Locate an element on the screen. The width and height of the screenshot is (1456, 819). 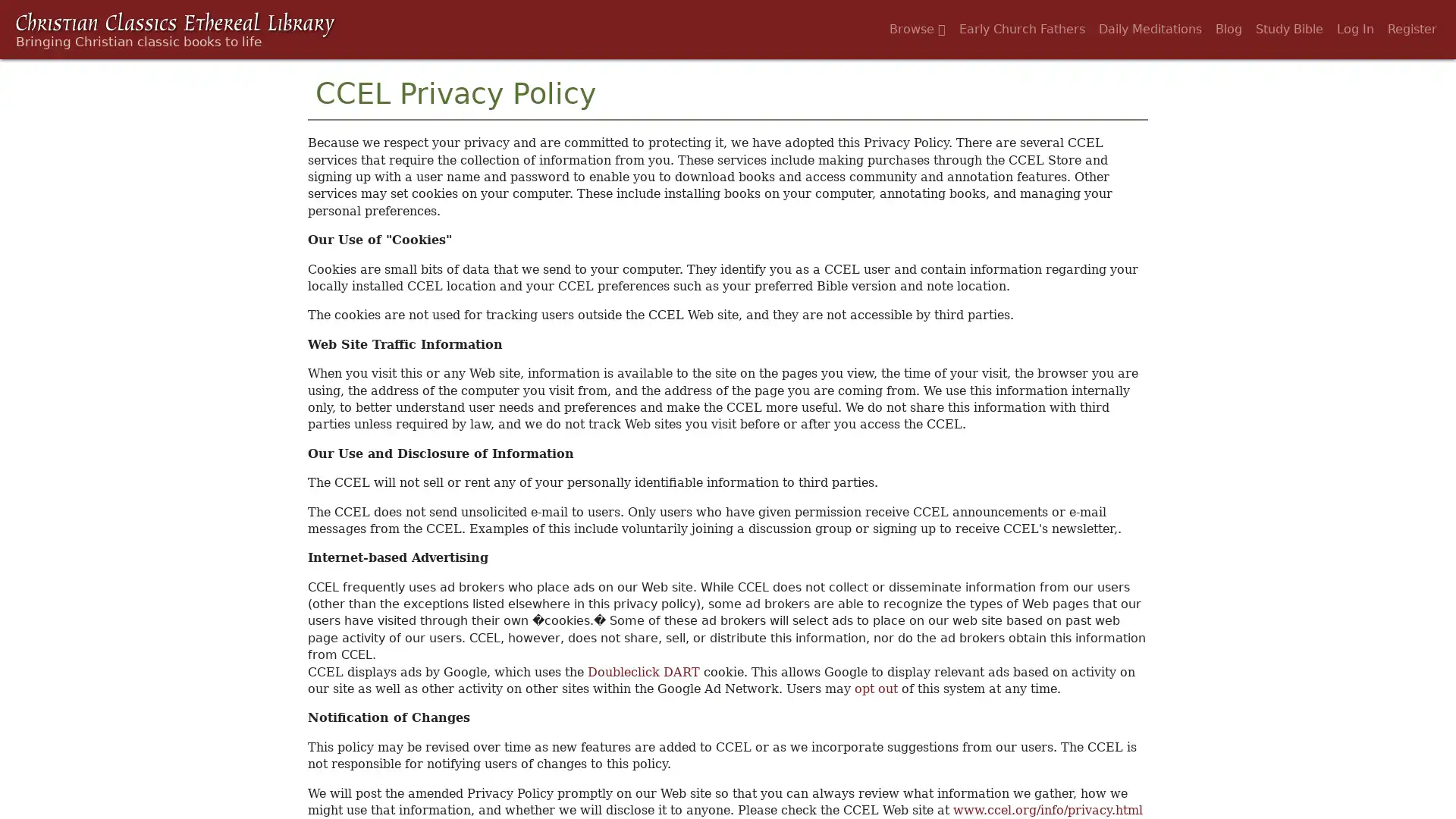
Daily Meditations is located at coordinates (1150, 29).